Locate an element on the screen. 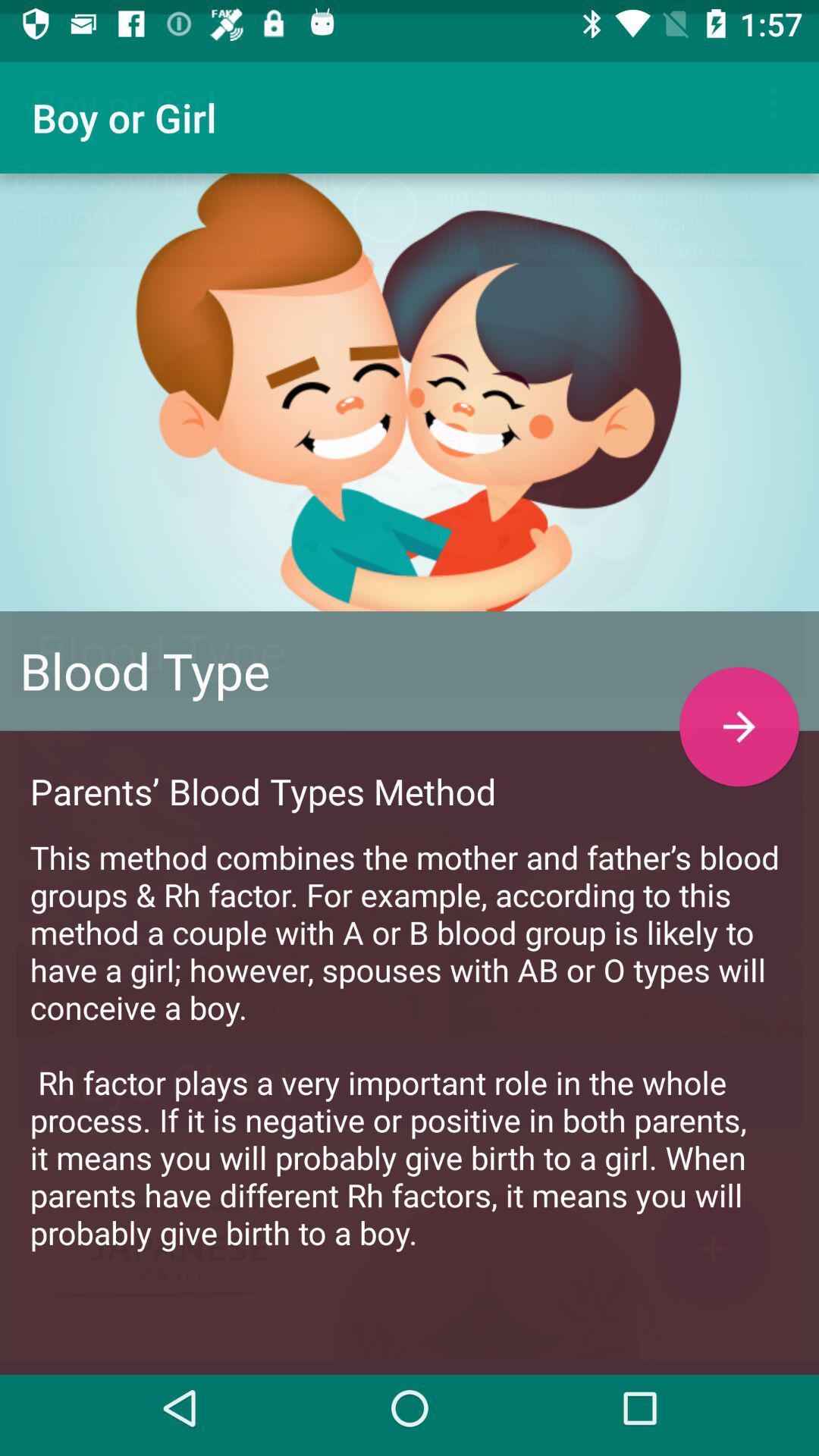 The width and height of the screenshot is (819, 1456). move to next page is located at coordinates (739, 711).